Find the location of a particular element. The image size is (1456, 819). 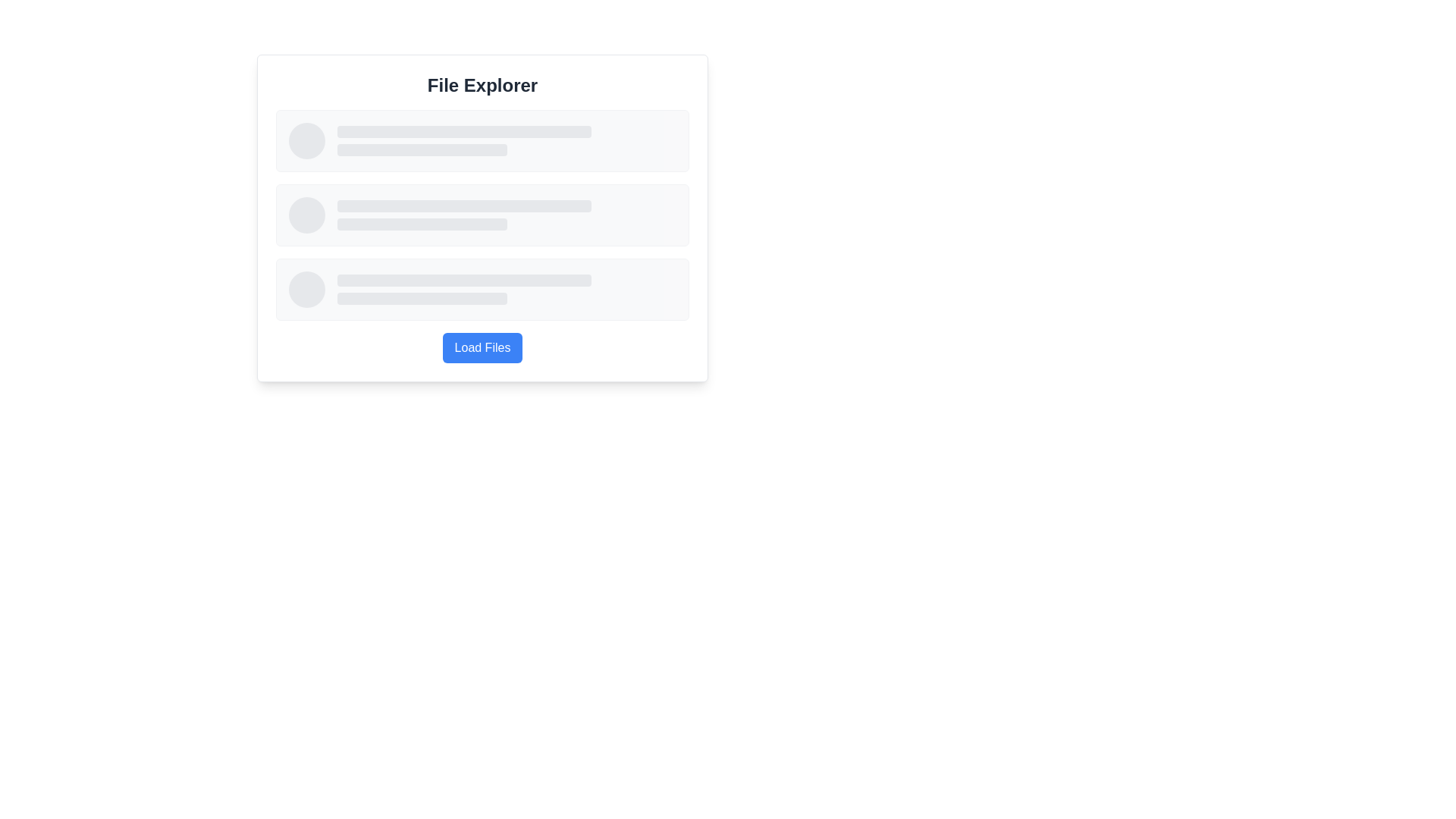

the horizontal rectangular visual placeholder or progress indicator with a light gray background located near the center bottom of the interface is located at coordinates (463, 281).